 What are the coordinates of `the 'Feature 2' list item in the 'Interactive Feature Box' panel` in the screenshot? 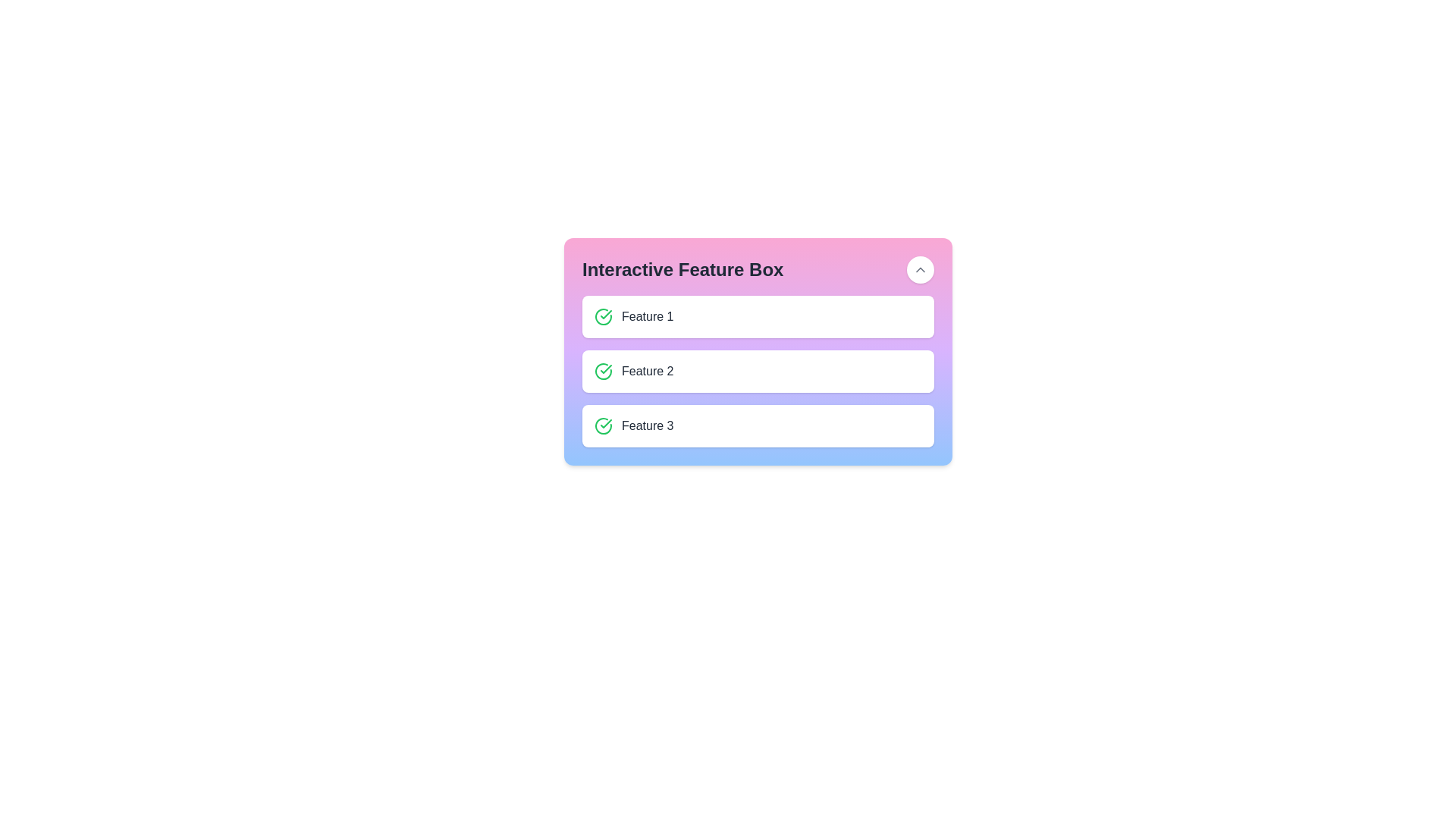 It's located at (758, 371).